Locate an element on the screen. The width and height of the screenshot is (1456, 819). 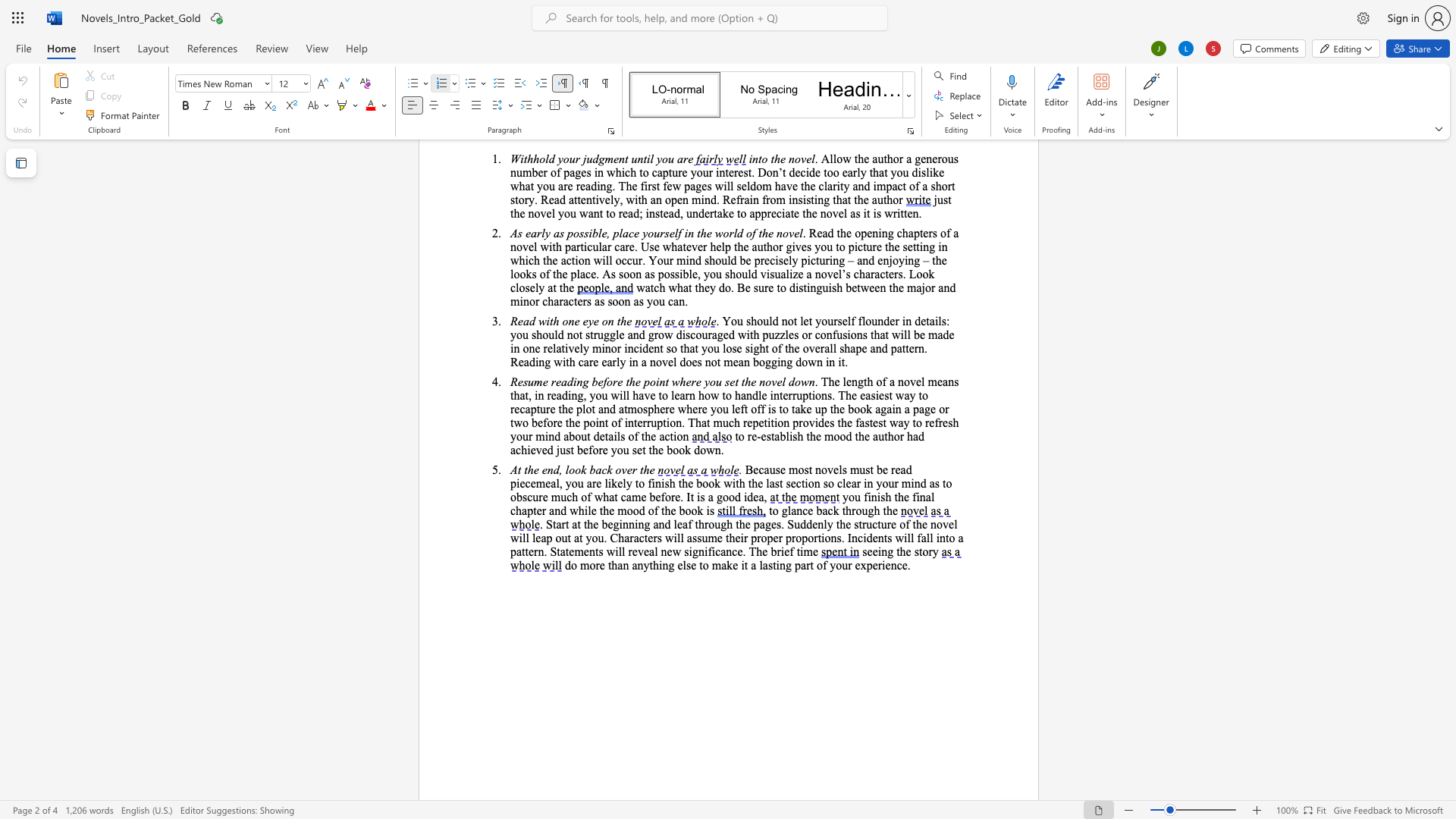
the 1th character "n" in the text is located at coordinates (921, 497).